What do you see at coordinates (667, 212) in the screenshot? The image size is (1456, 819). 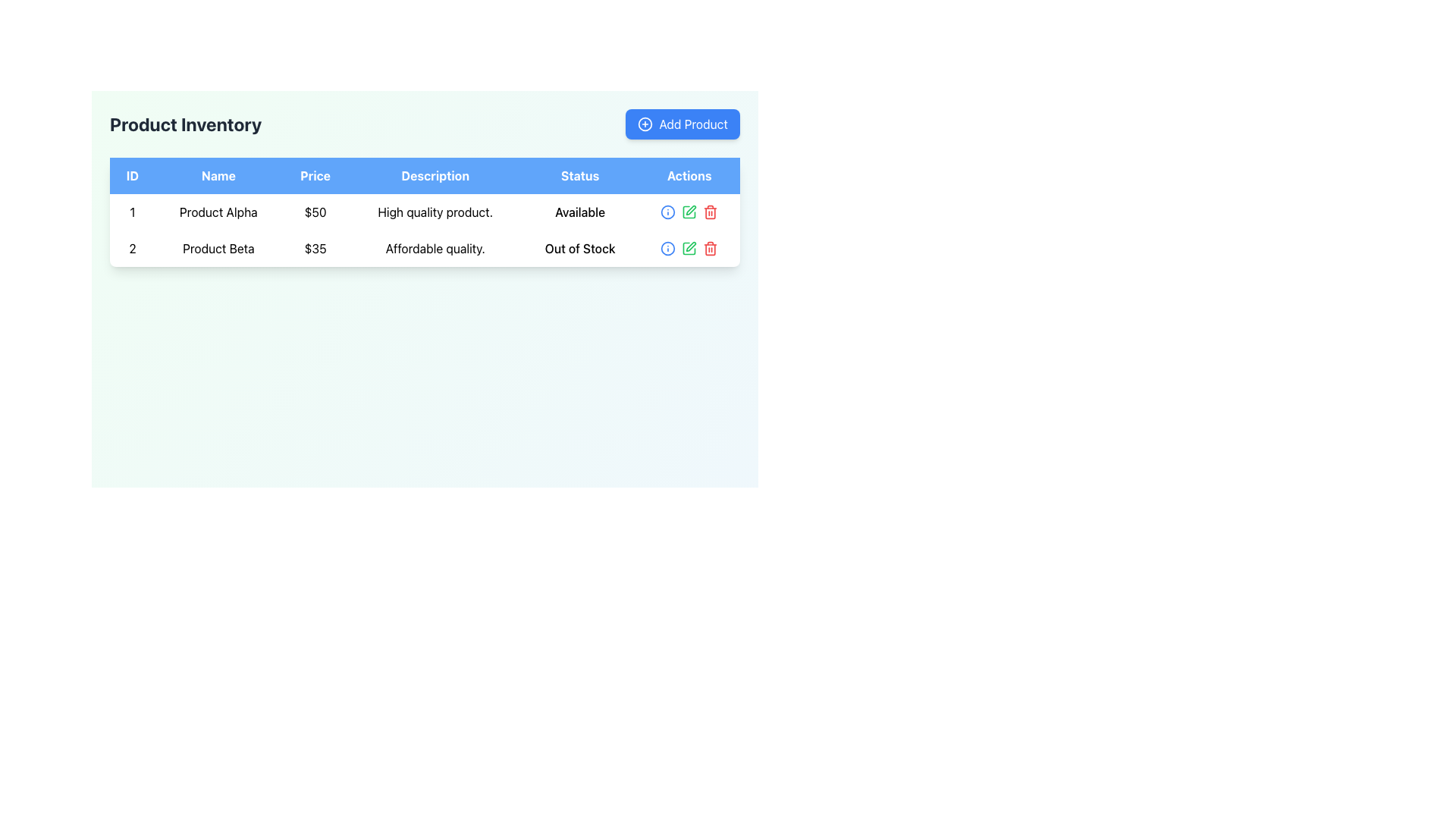 I see `the Icon Button located in the 'Actions' column of the second row of the 'Product Inventory' table, which is positioned to the left of the green pencil icon and red trash icon` at bounding box center [667, 212].